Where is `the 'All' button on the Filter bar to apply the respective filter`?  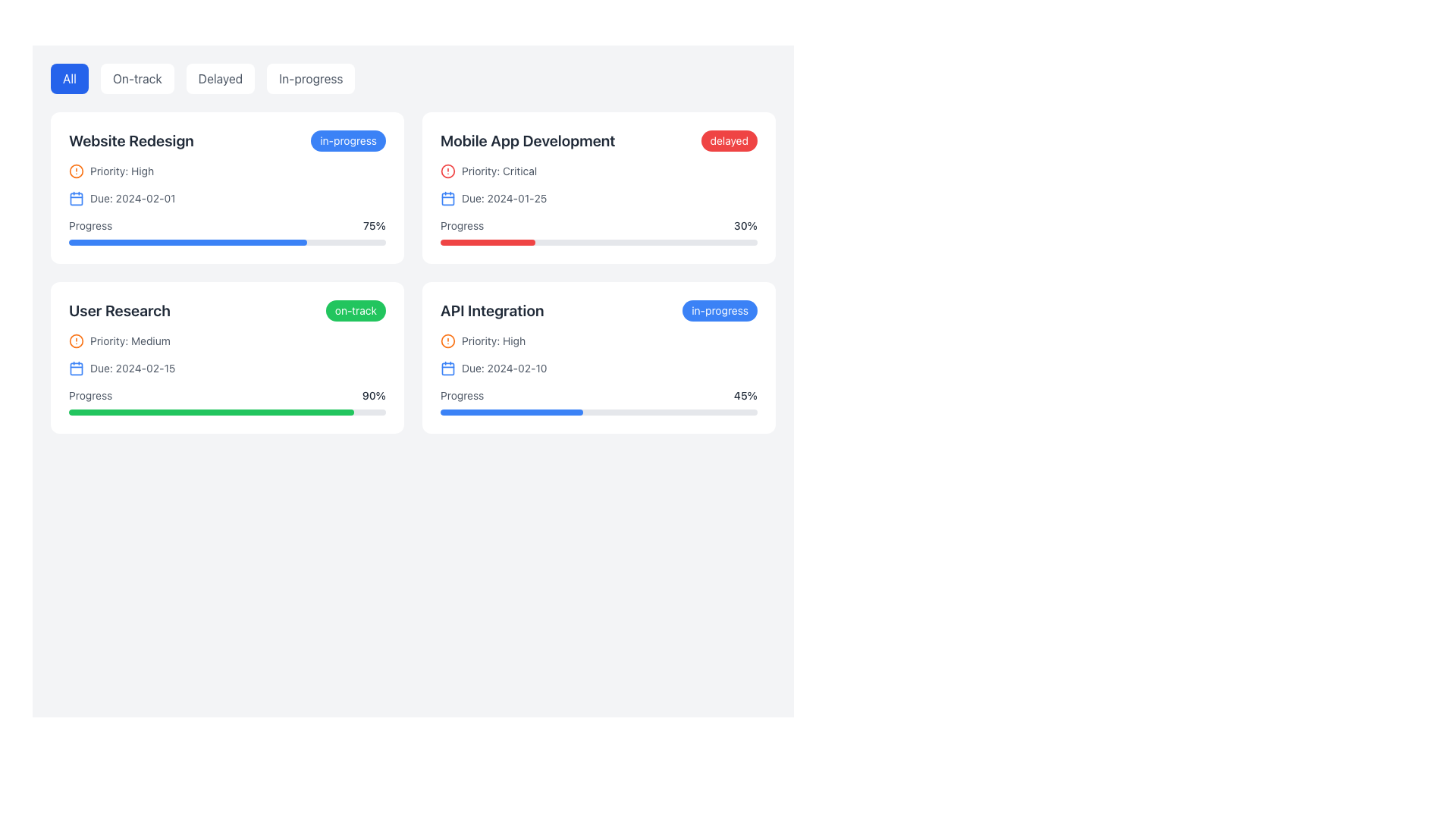 the 'All' button on the Filter bar to apply the respective filter is located at coordinates (413, 79).